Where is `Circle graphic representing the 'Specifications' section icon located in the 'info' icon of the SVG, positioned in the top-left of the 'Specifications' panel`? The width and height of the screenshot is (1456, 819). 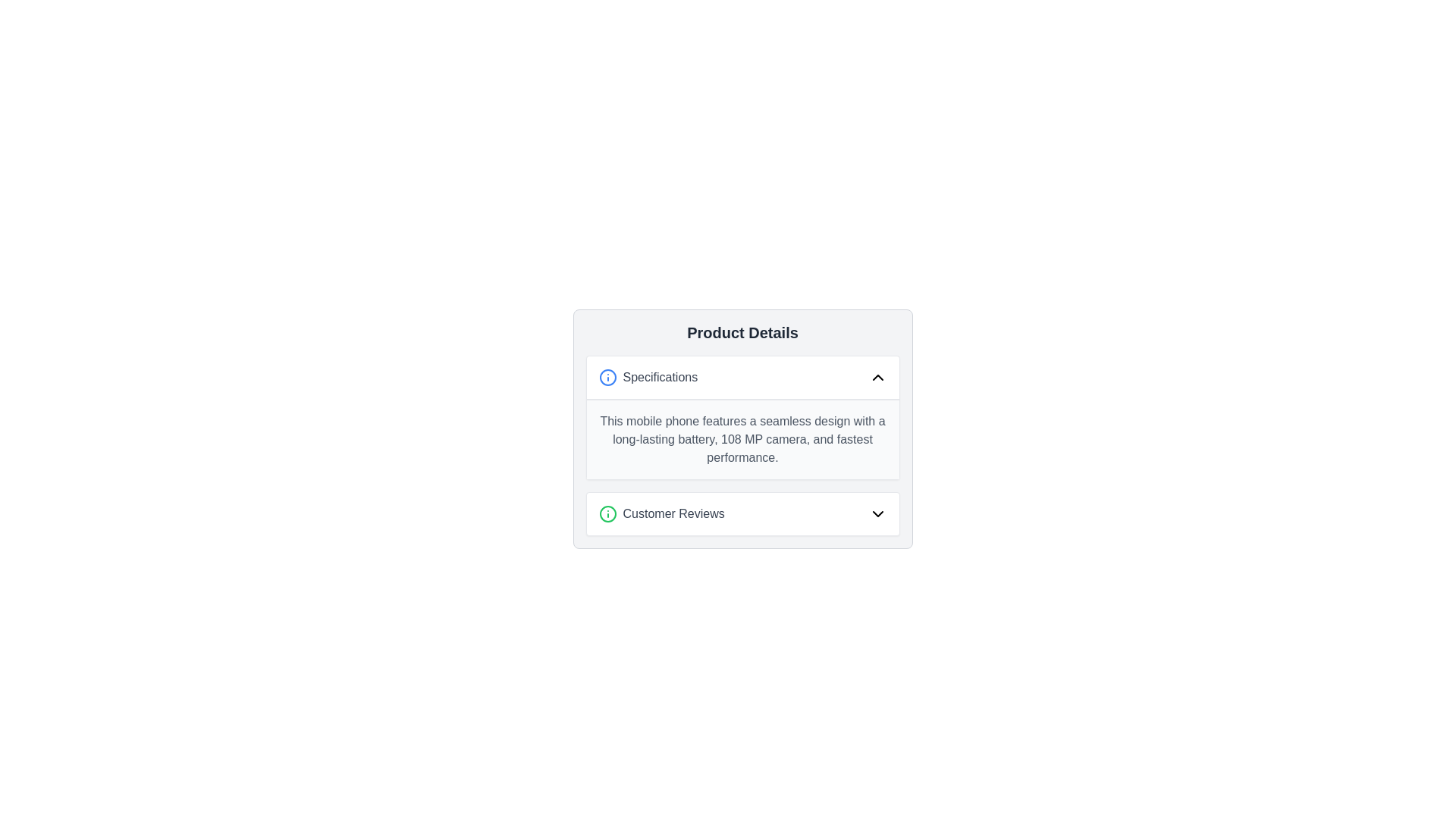 Circle graphic representing the 'Specifications' section icon located in the 'info' icon of the SVG, positioned in the top-left of the 'Specifications' panel is located at coordinates (607, 513).